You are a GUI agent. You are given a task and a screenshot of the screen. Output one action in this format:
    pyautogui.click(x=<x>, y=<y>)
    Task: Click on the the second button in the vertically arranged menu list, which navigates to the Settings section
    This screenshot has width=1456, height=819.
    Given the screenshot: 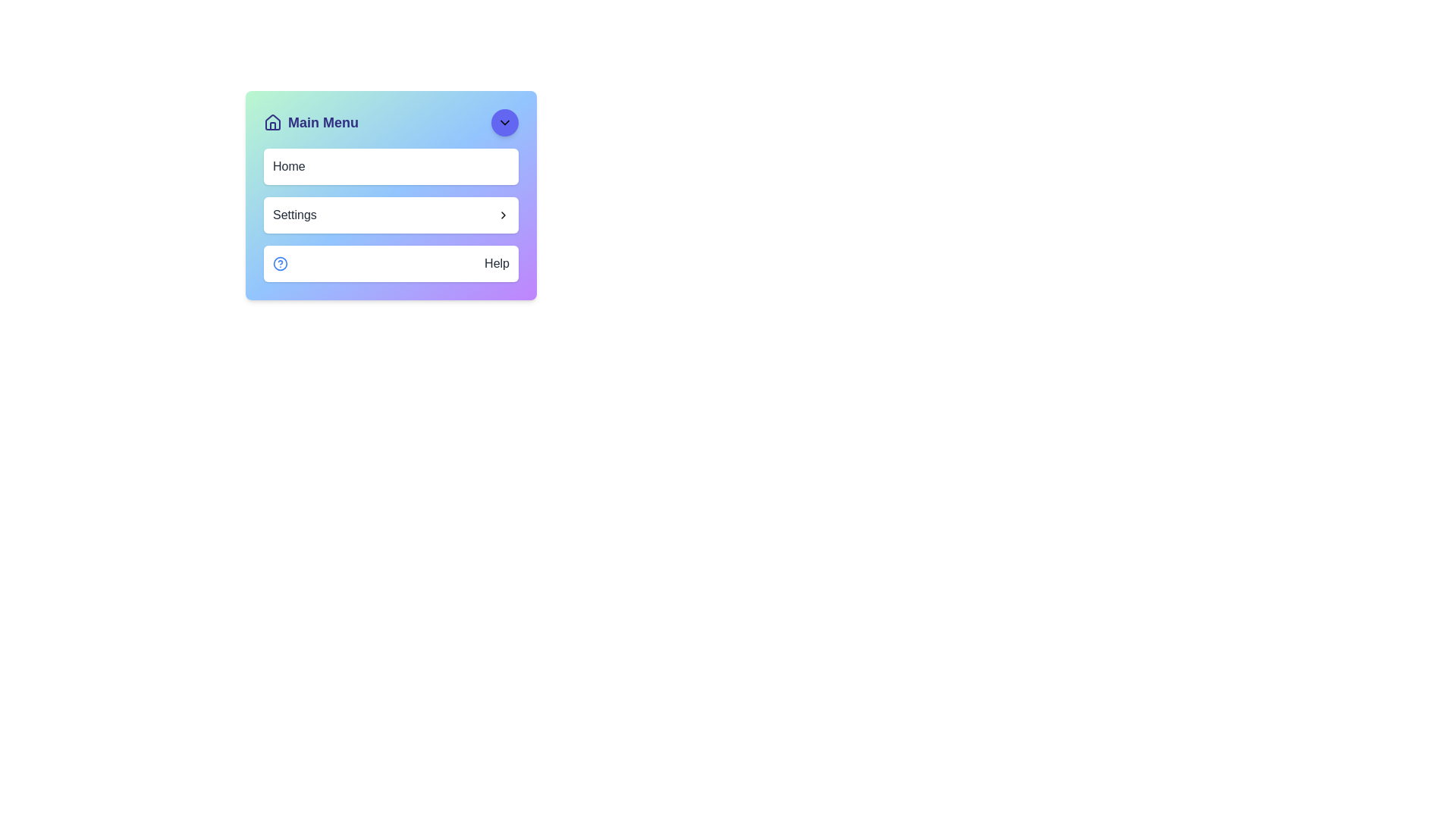 What is the action you would take?
    pyautogui.click(x=391, y=215)
    